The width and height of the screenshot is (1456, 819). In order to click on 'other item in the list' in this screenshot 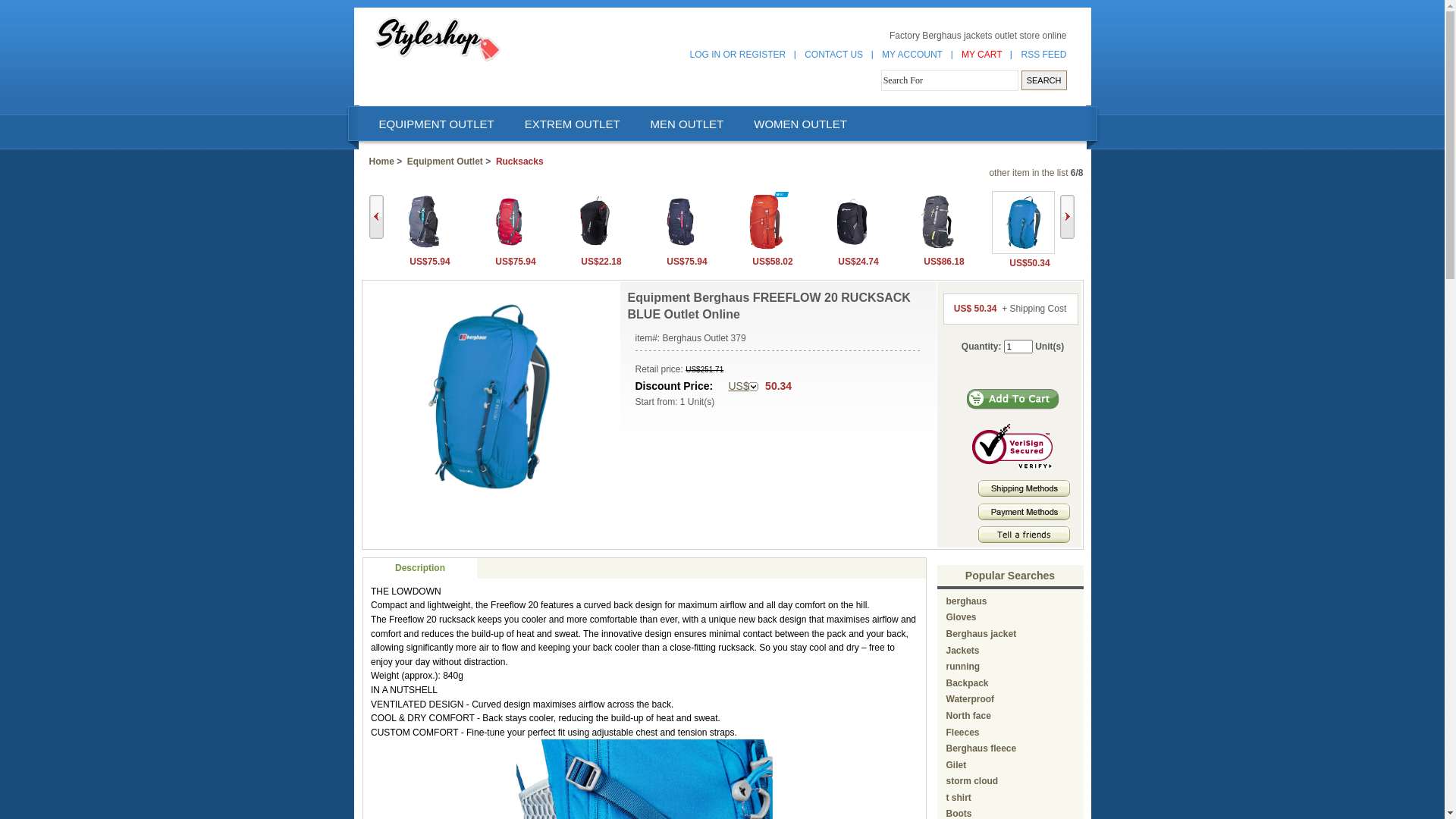, I will do `click(1028, 171)`.